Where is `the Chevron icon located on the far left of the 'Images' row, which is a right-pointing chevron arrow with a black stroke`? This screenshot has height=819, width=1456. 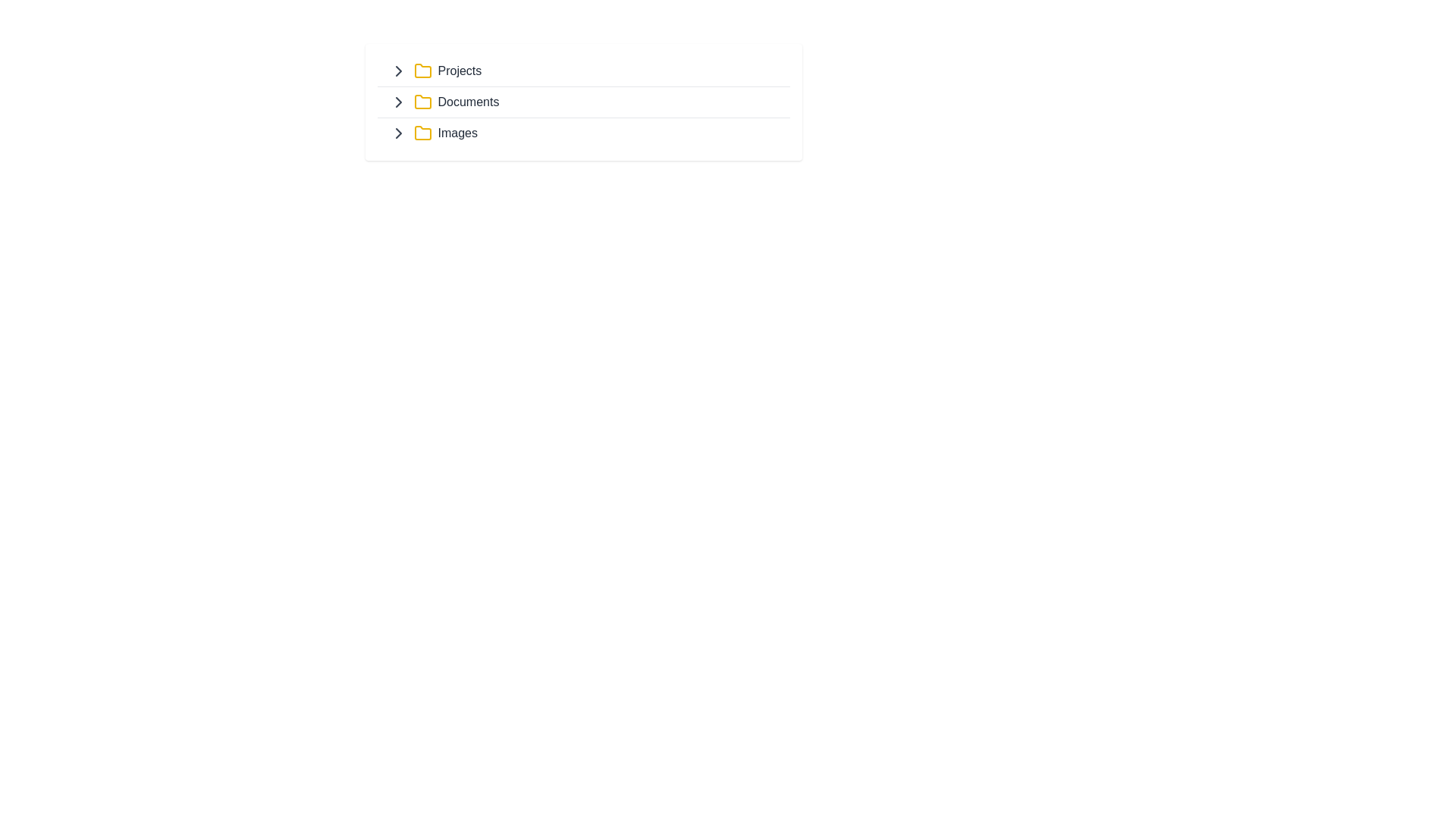
the Chevron icon located on the far left of the 'Images' row, which is a right-pointing chevron arrow with a black stroke is located at coordinates (398, 133).